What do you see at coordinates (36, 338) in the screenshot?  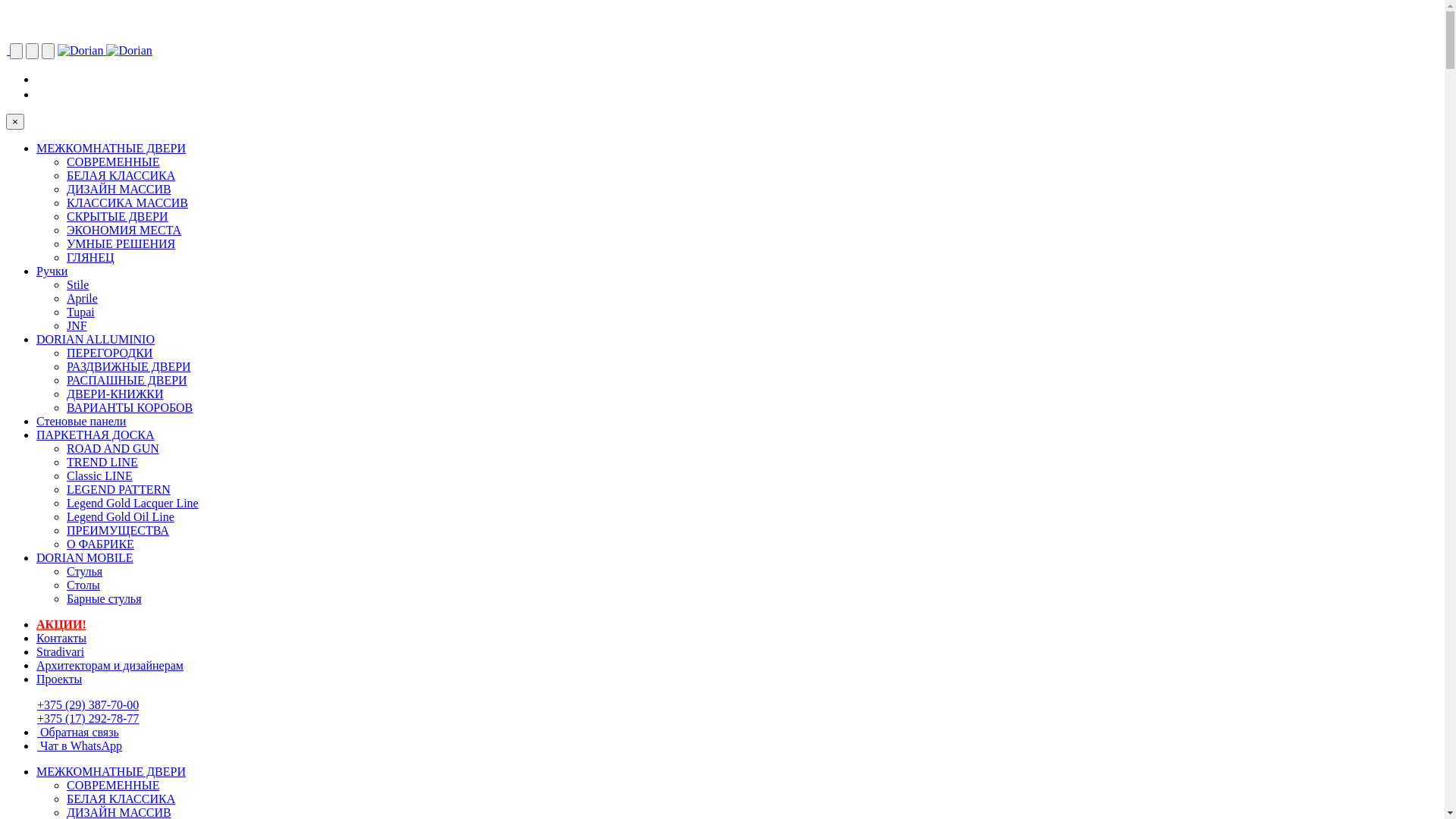 I see `'DORIAN ALLUMINIO'` at bounding box center [36, 338].